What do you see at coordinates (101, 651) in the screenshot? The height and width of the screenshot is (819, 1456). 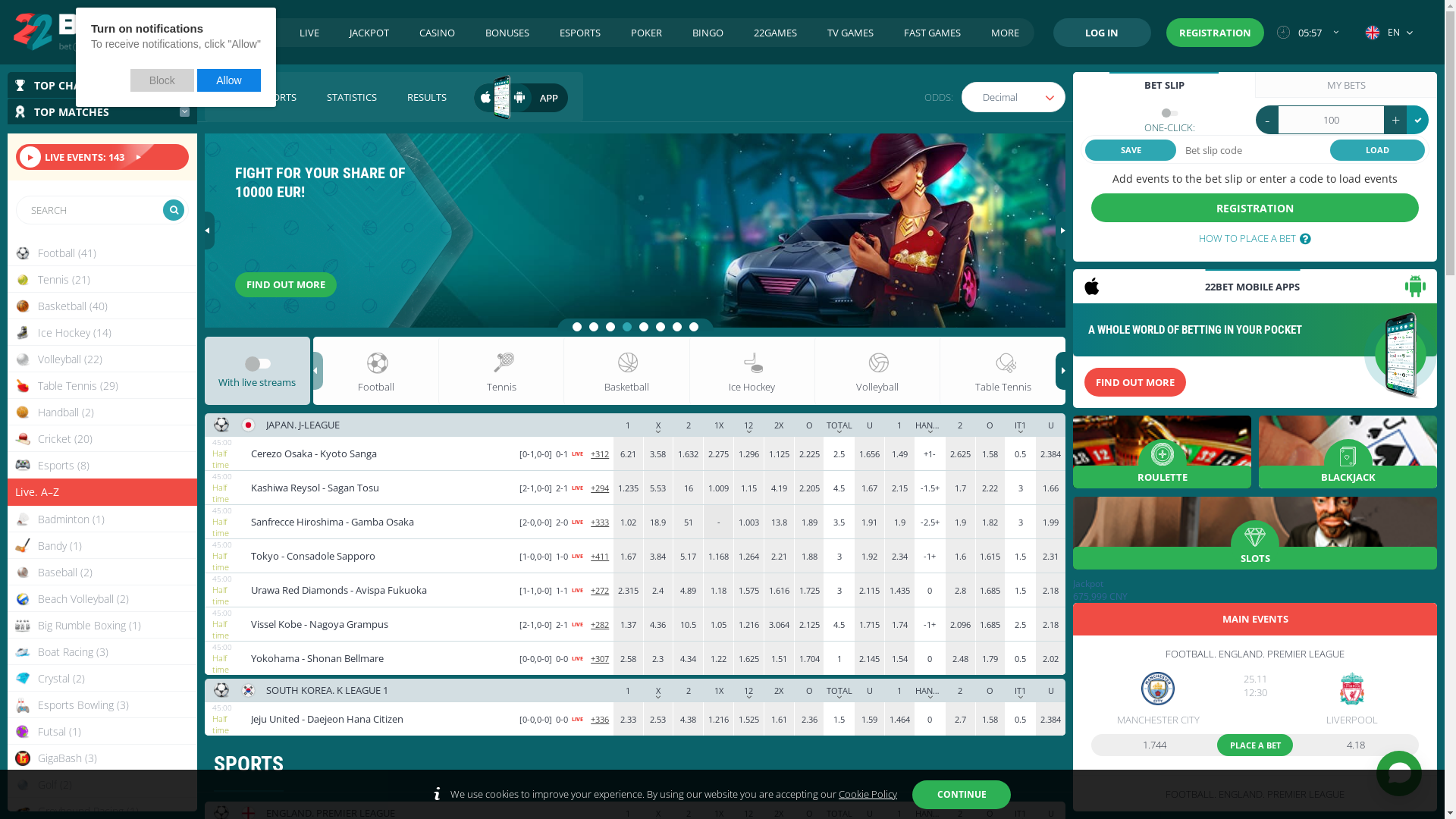 I see `'Boat Racing` at bounding box center [101, 651].